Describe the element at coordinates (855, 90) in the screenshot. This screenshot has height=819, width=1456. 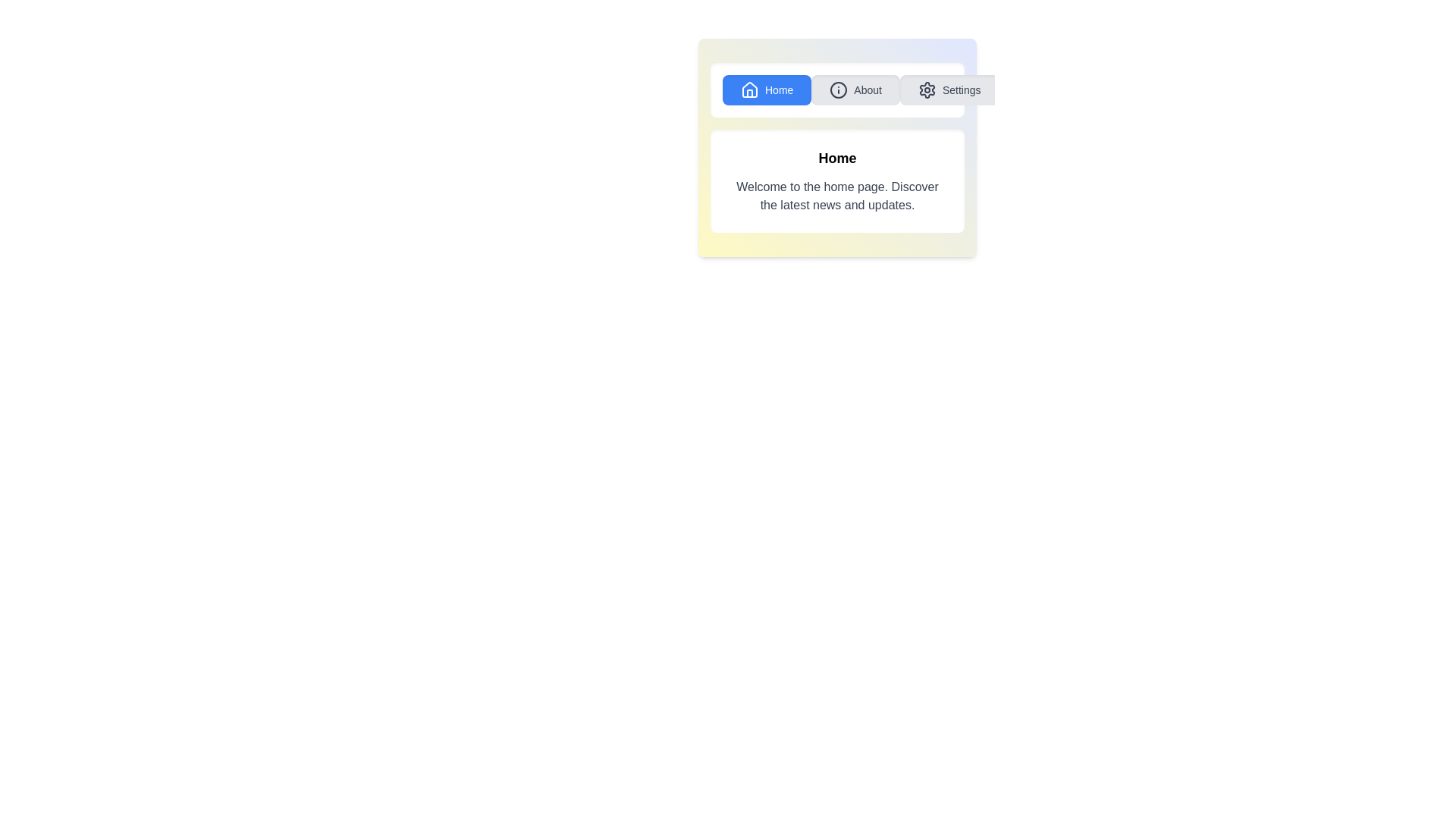
I see `the button labeled About to observe its visual change` at that location.